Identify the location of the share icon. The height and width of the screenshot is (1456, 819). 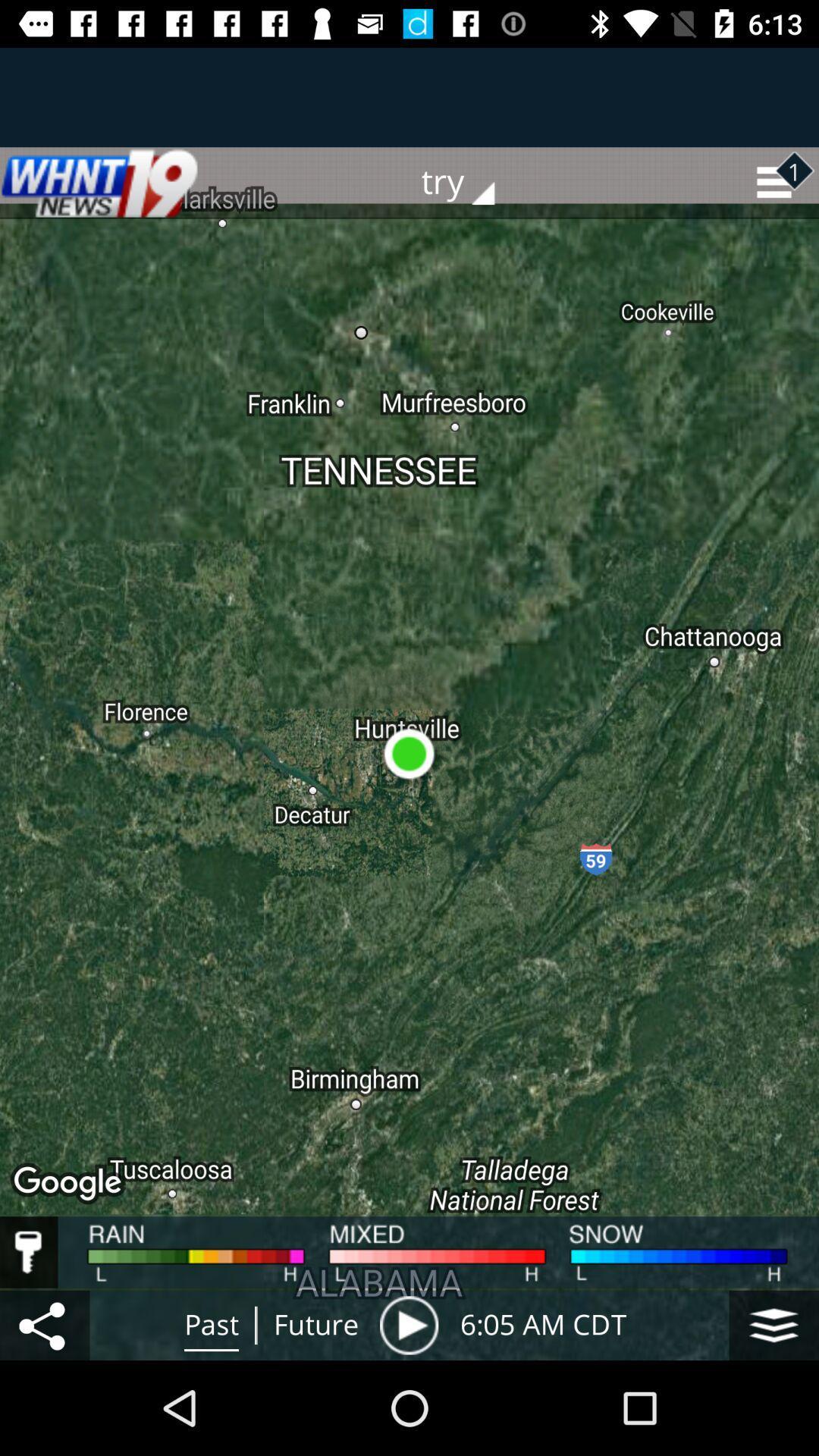
(44, 1324).